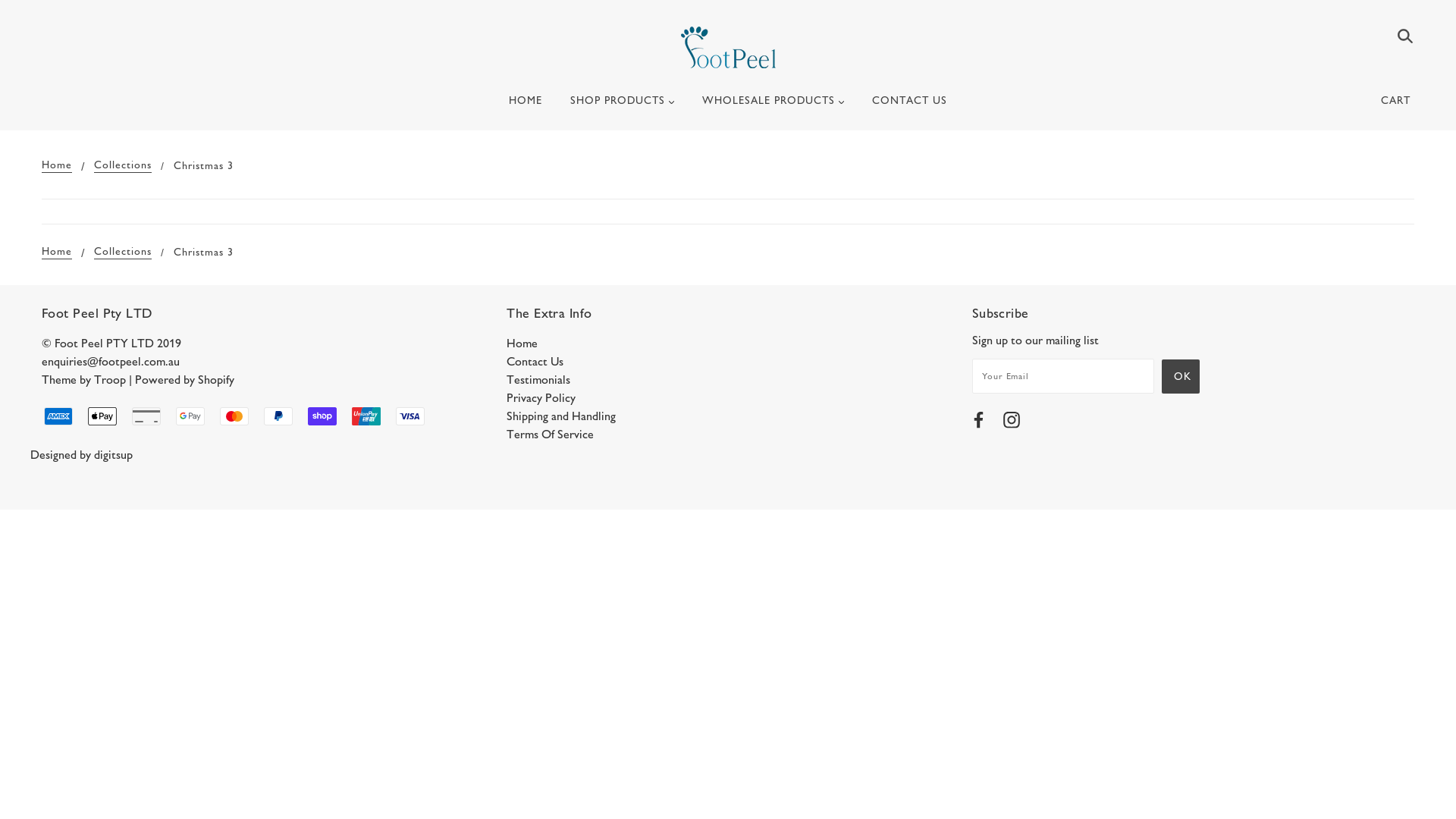  What do you see at coordinates (541, 397) in the screenshot?
I see `'Privacy Policy'` at bounding box center [541, 397].